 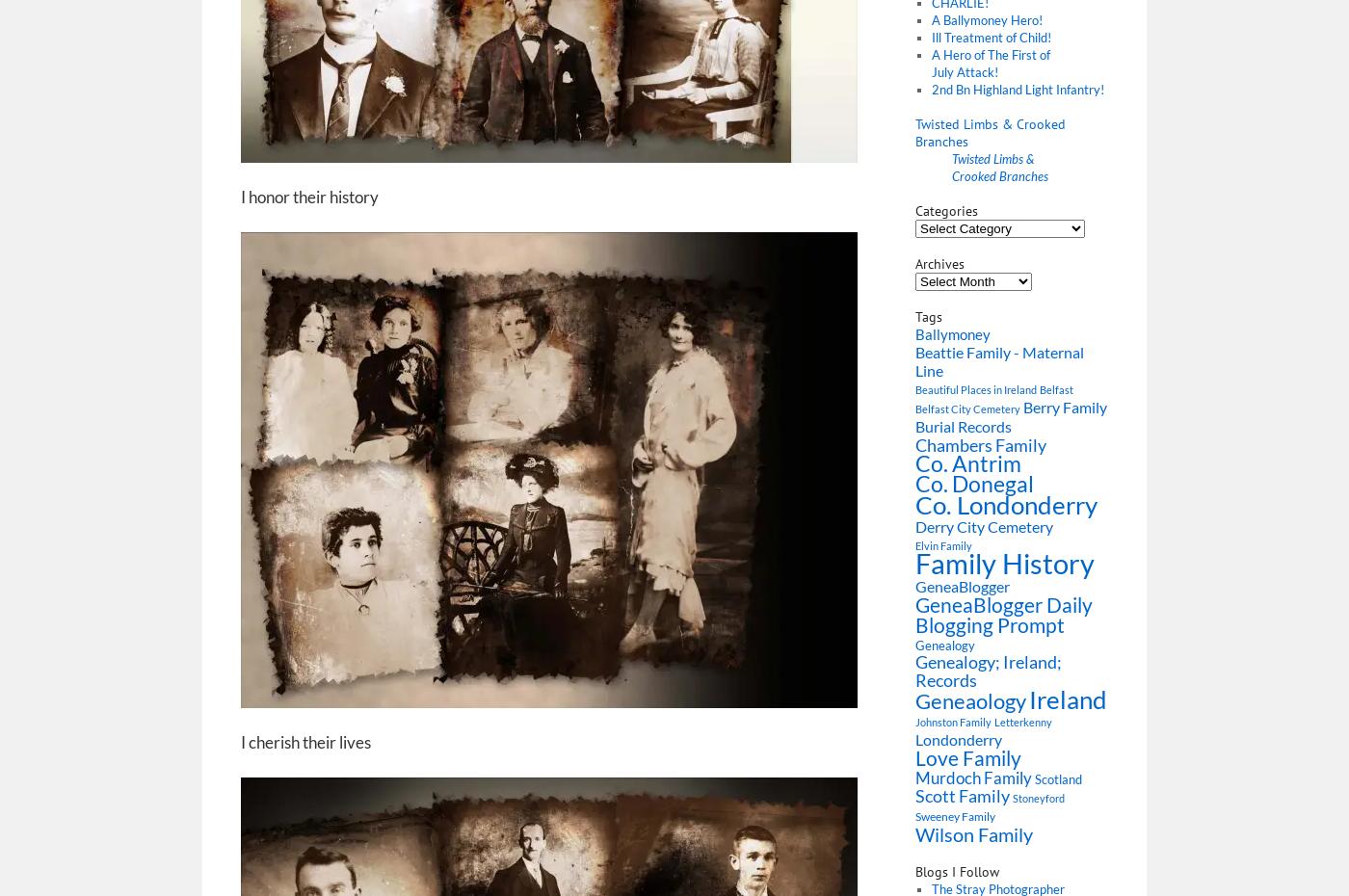 I want to click on 'Beattie Family - Maternal Line', so click(x=999, y=359).